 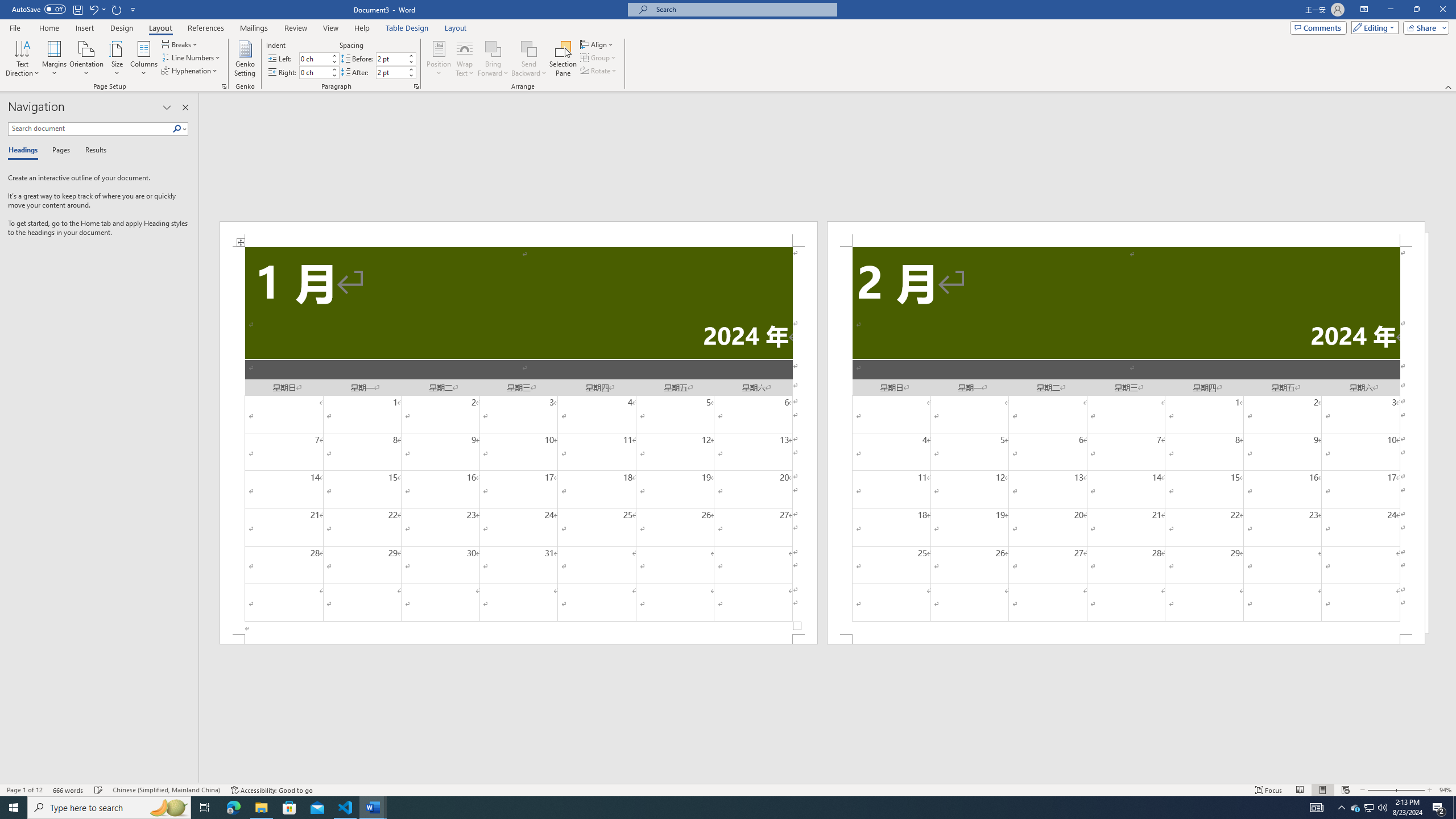 I want to click on 'Pages', so click(x=59, y=150).